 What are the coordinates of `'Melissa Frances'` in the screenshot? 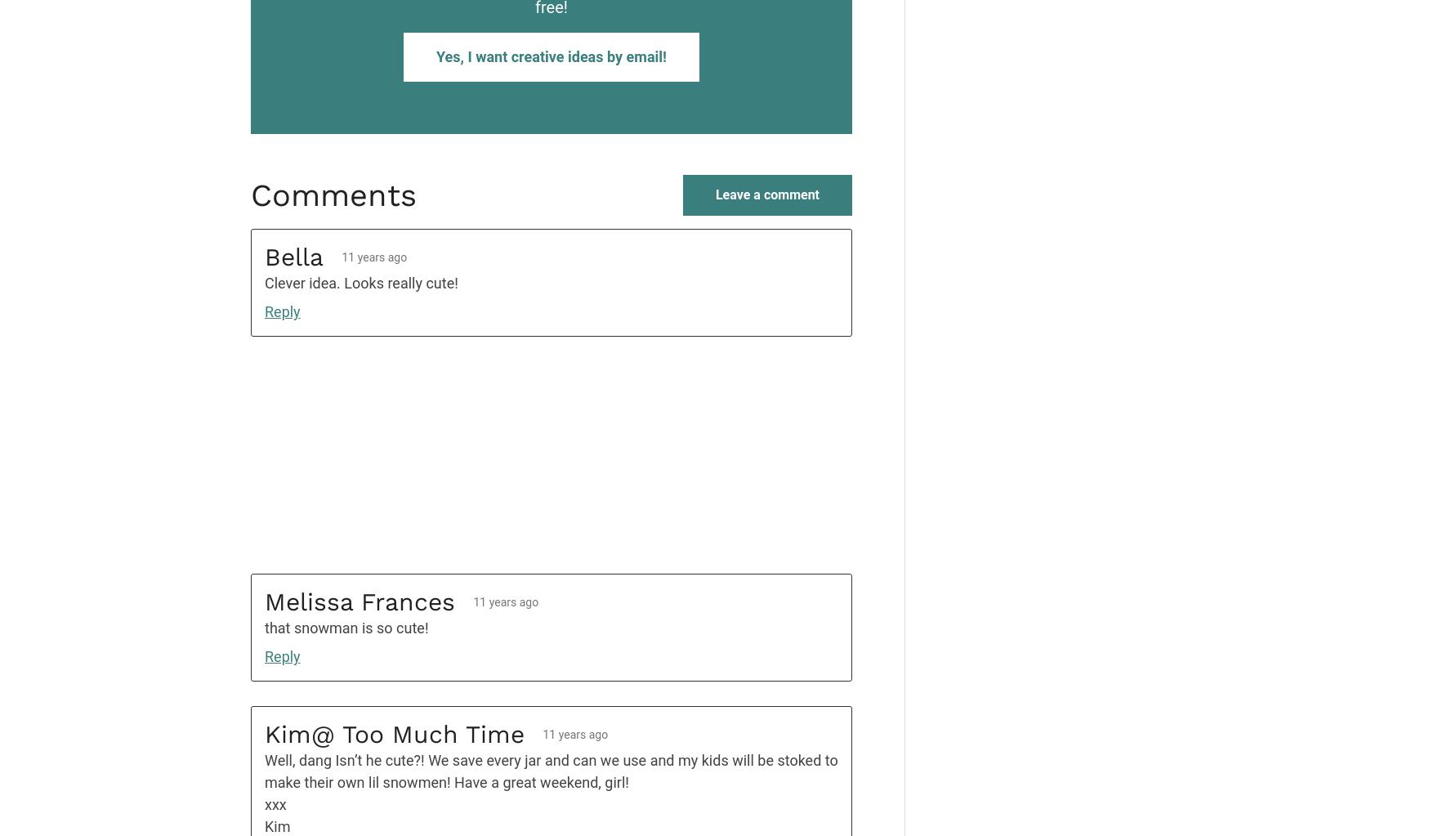 It's located at (360, 601).